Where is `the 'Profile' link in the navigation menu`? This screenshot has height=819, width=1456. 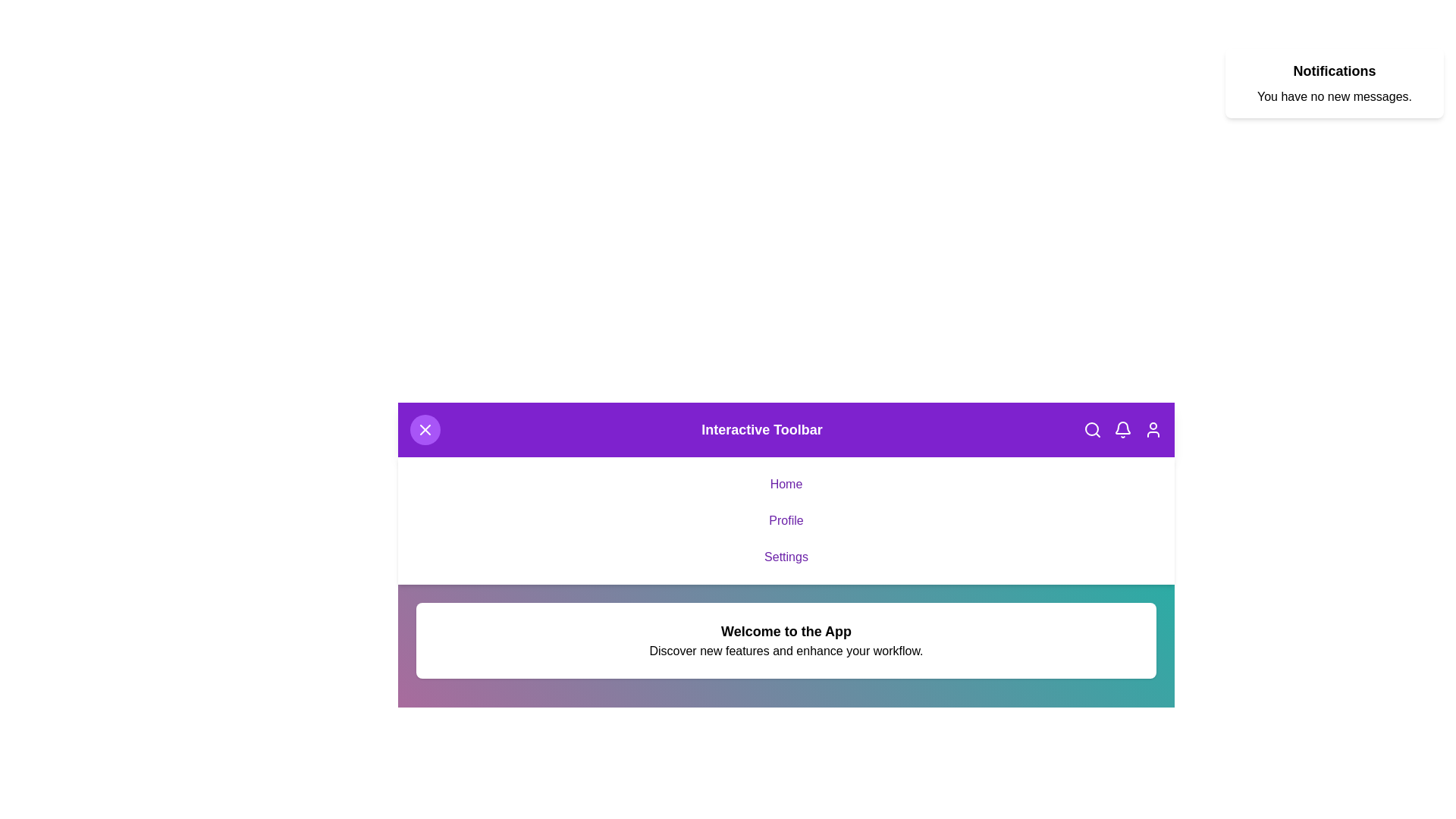
the 'Profile' link in the navigation menu is located at coordinates (786, 519).